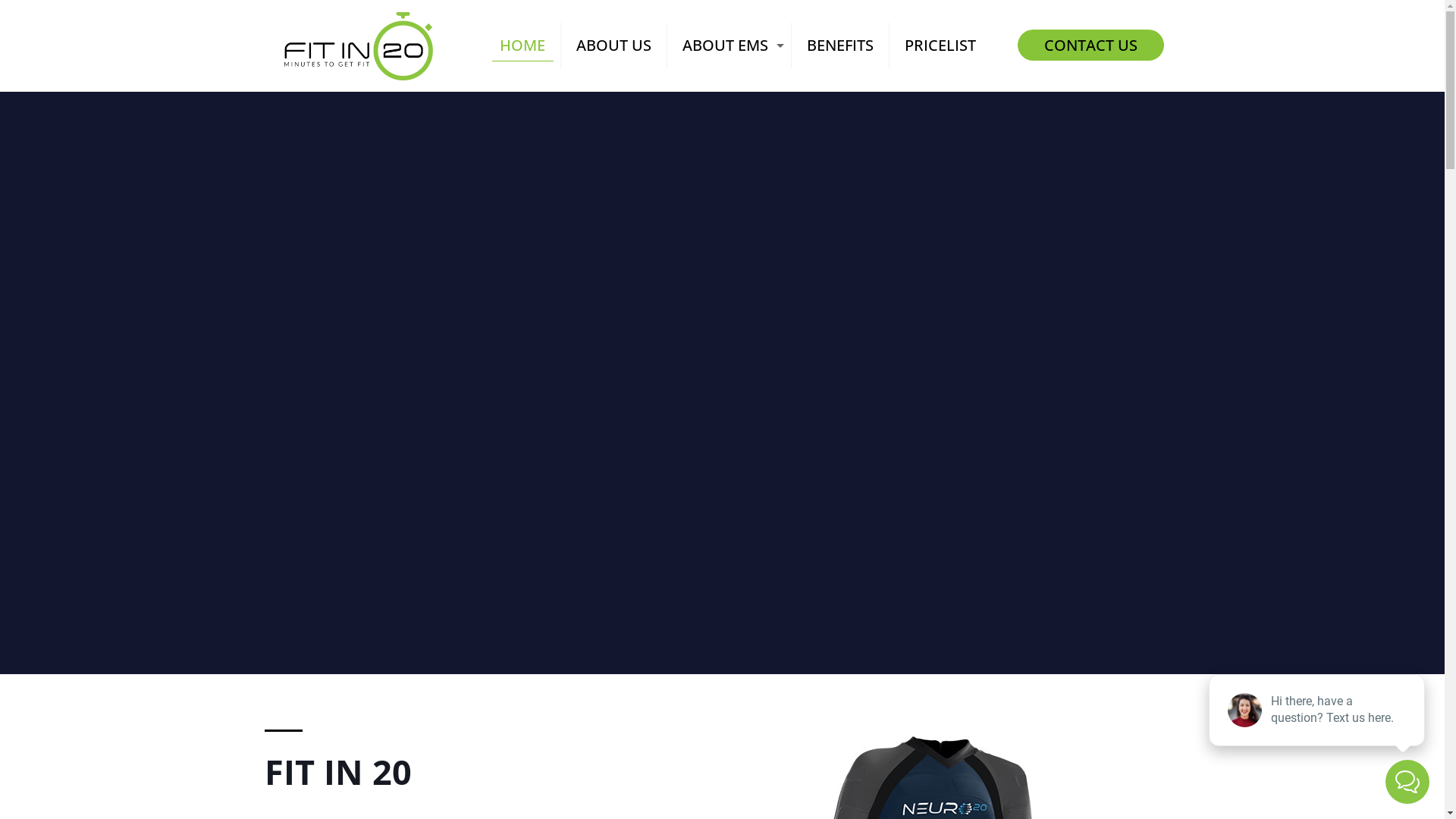  Describe the element at coordinates (522, 45) in the screenshot. I see `'HOME'` at that location.